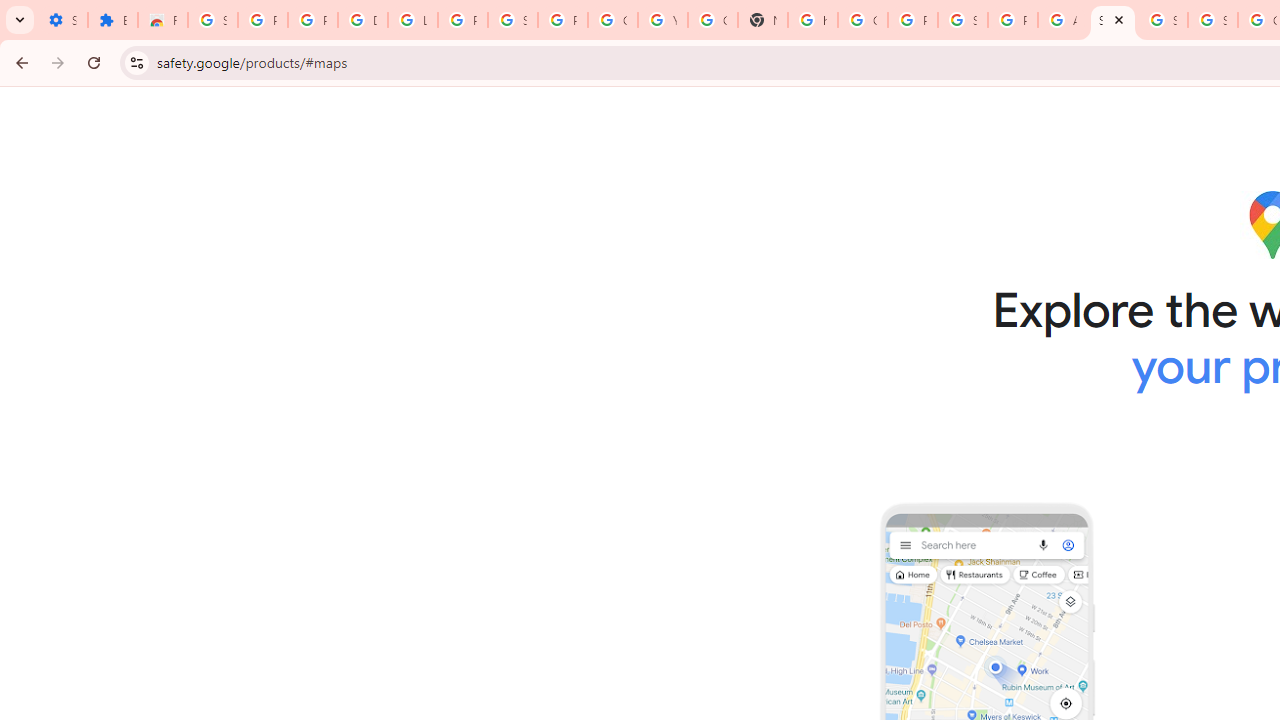  I want to click on 'Learn how to find your photos - Google Photos Help', so click(411, 20).